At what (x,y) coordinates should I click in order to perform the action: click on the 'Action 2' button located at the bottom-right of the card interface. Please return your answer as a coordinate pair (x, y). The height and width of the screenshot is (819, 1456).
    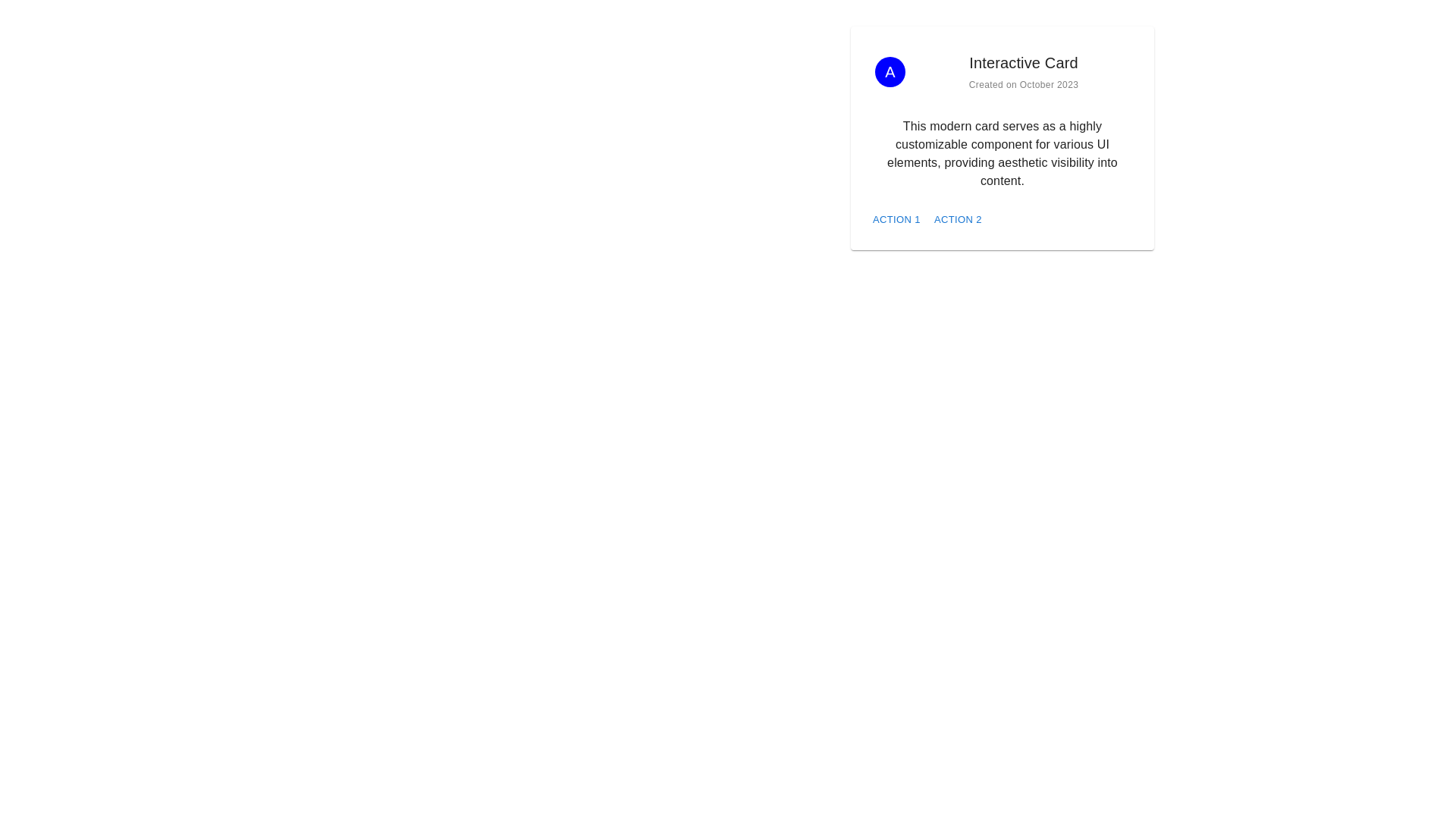
    Looking at the image, I should click on (957, 220).